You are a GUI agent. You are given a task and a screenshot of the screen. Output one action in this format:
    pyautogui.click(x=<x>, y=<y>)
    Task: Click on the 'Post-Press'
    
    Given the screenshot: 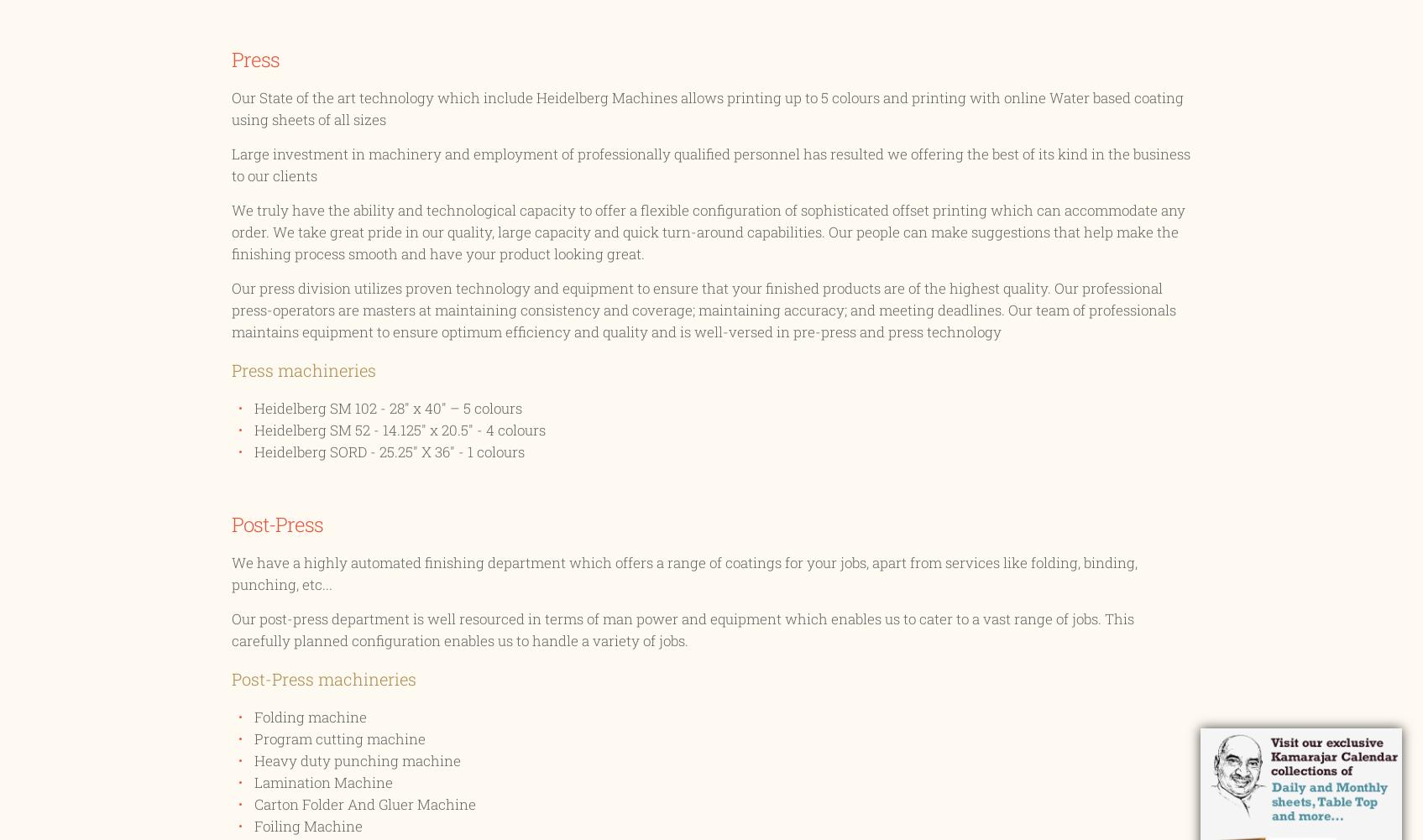 What is the action you would take?
    pyautogui.click(x=230, y=524)
    